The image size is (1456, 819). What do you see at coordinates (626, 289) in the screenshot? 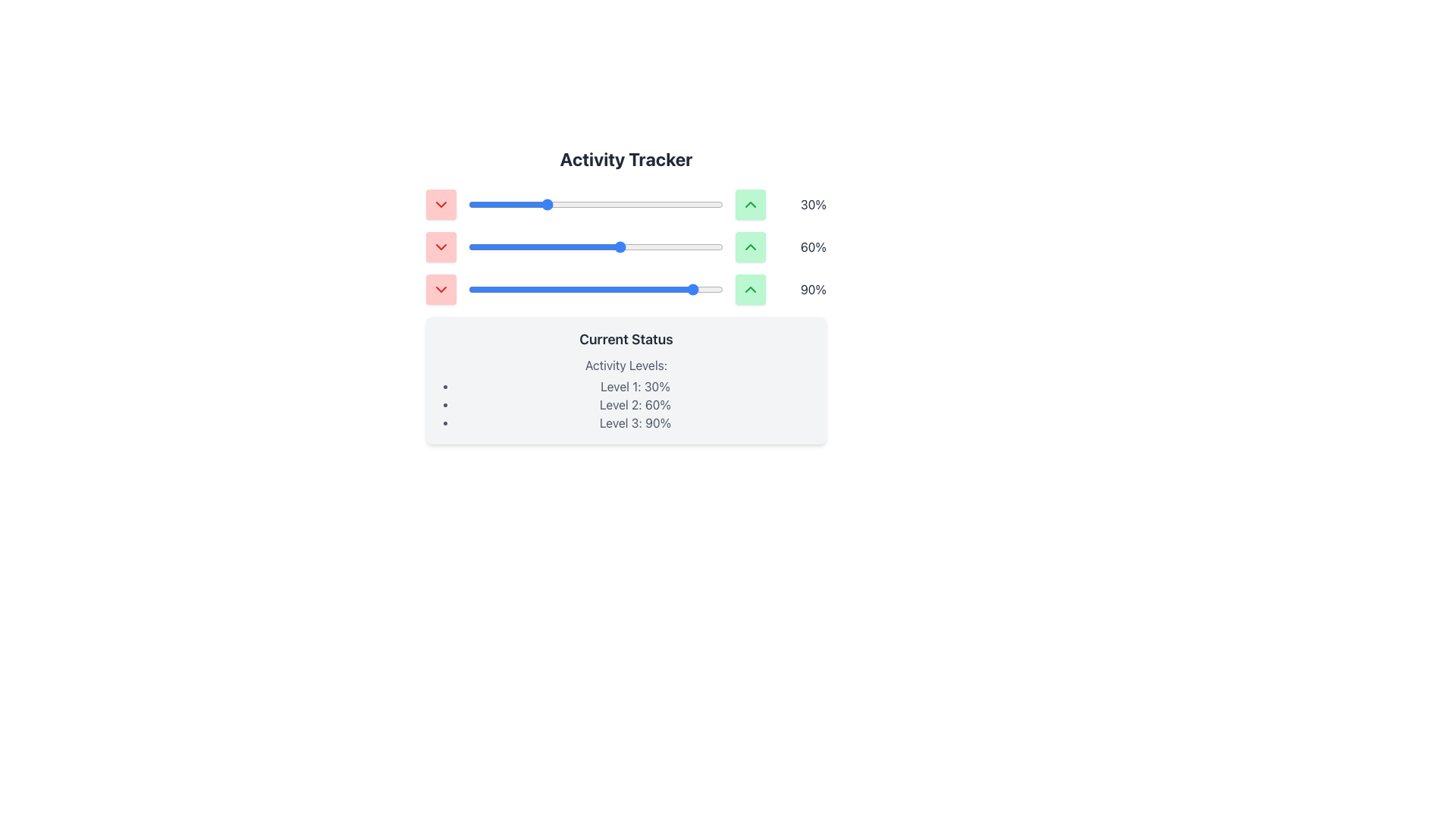
I see `the third Range slider element, which features a blue track, thumb control, a red button with a downward chevron icon on the left, a green button with an upward chevron icon on the right, and a label indicating '90%'` at bounding box center [626, 289].